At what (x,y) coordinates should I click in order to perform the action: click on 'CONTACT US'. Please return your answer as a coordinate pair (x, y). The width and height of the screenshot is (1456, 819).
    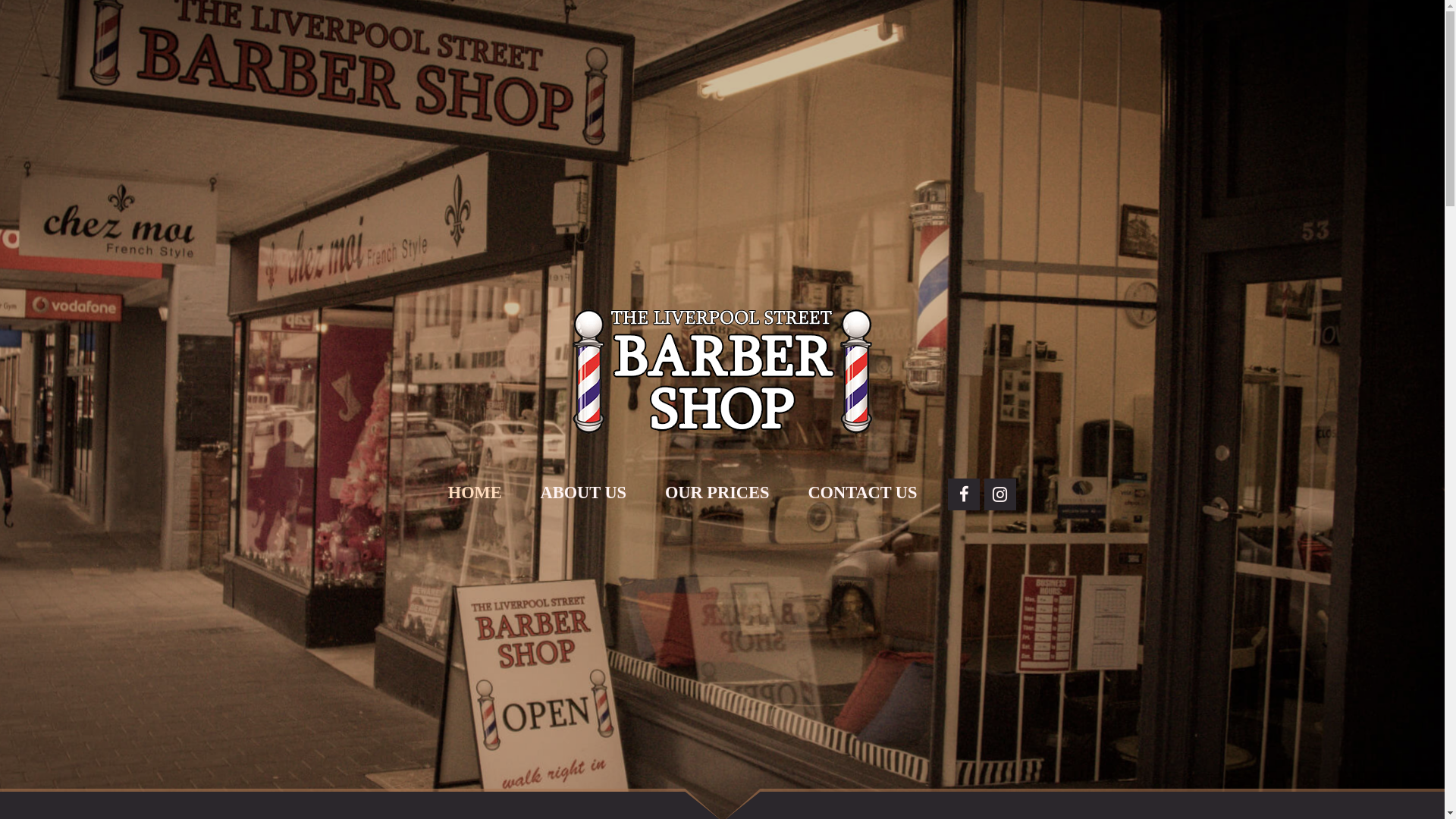
    Looking at the image, I should click on (862, 493).